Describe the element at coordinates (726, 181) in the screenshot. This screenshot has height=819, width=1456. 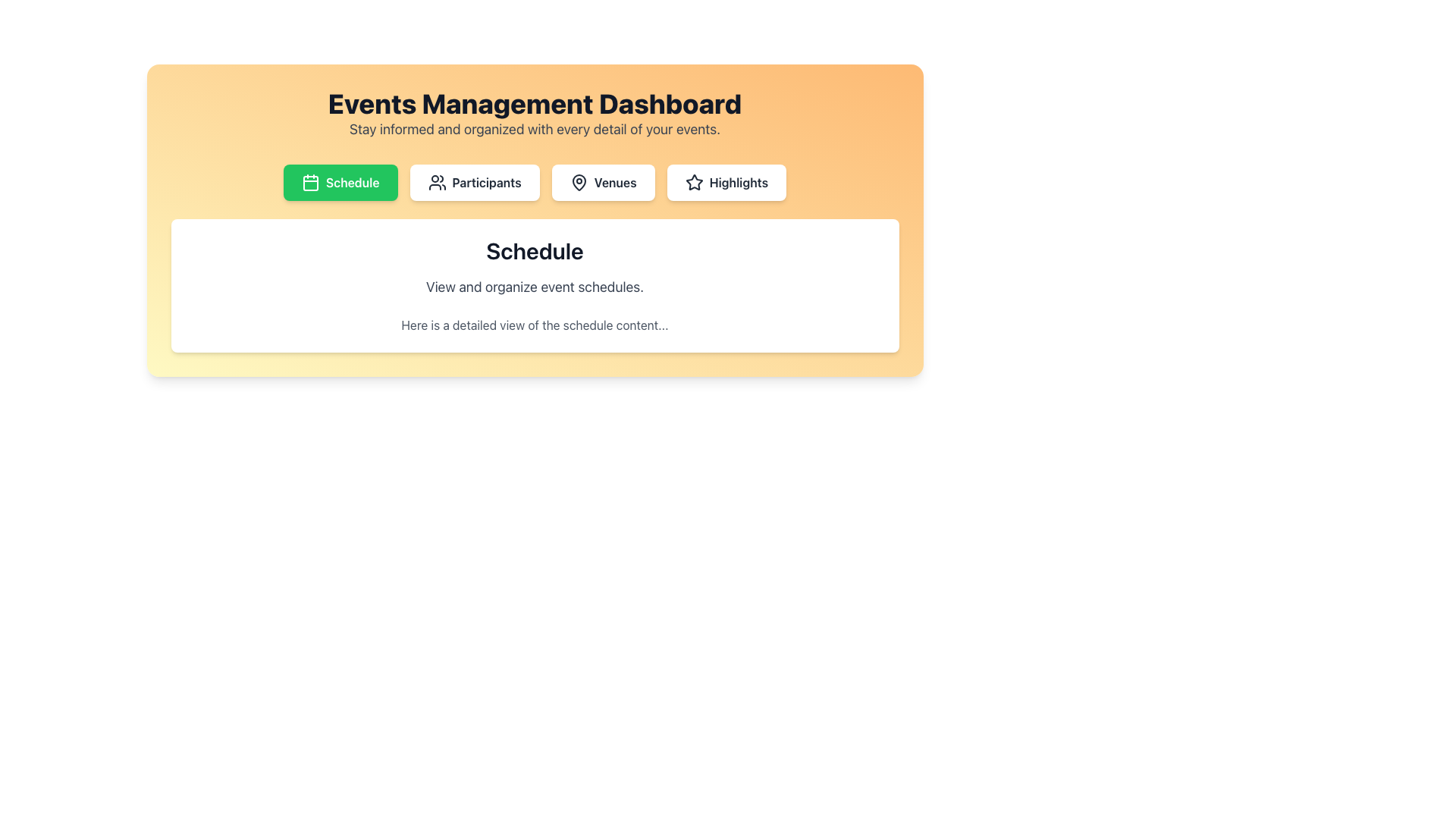
I see `the rightmost Interactive button labeled 'Highlights' with a star icon` at that location.